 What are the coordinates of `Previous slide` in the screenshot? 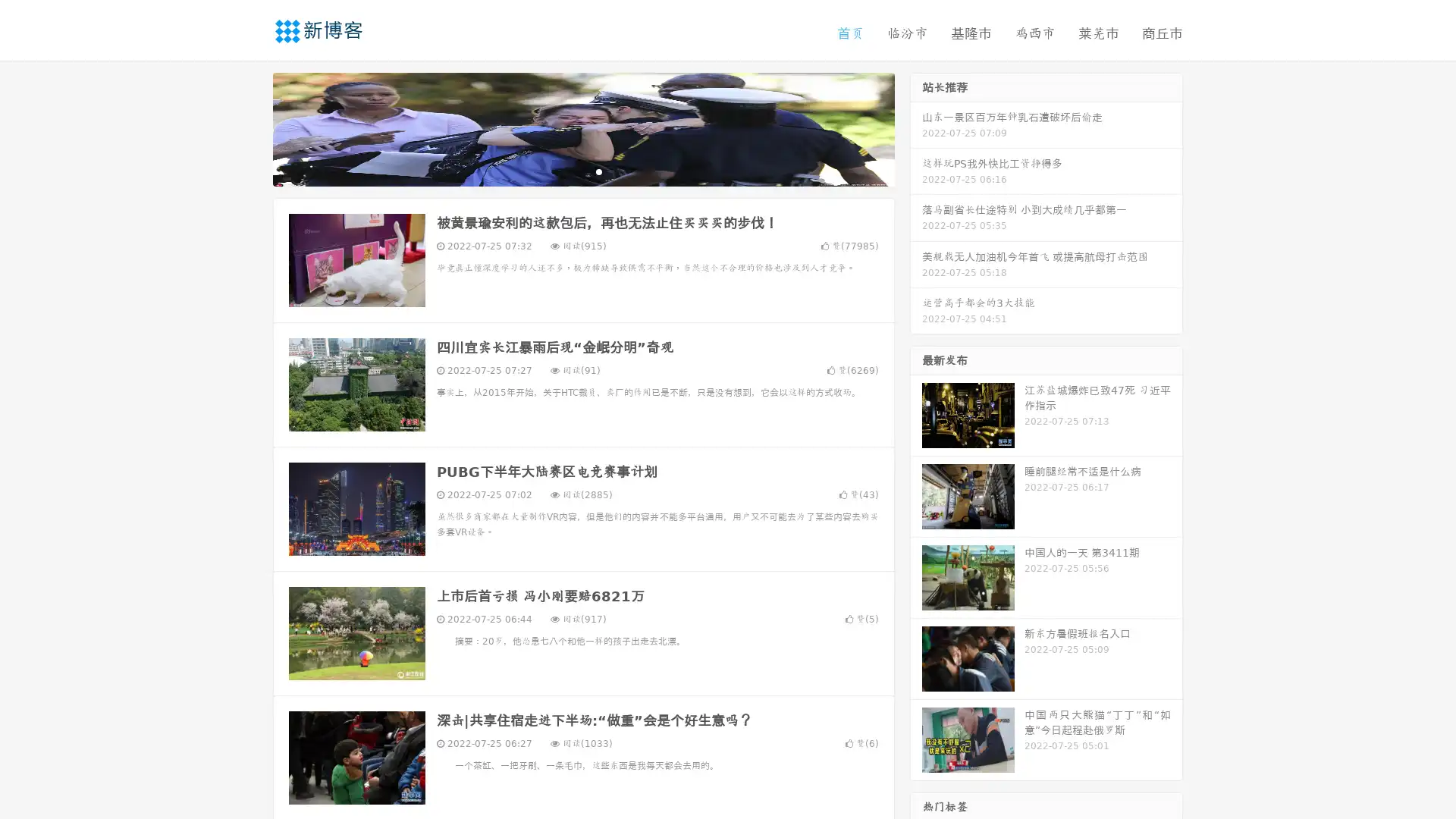 It's located at (250, 127).